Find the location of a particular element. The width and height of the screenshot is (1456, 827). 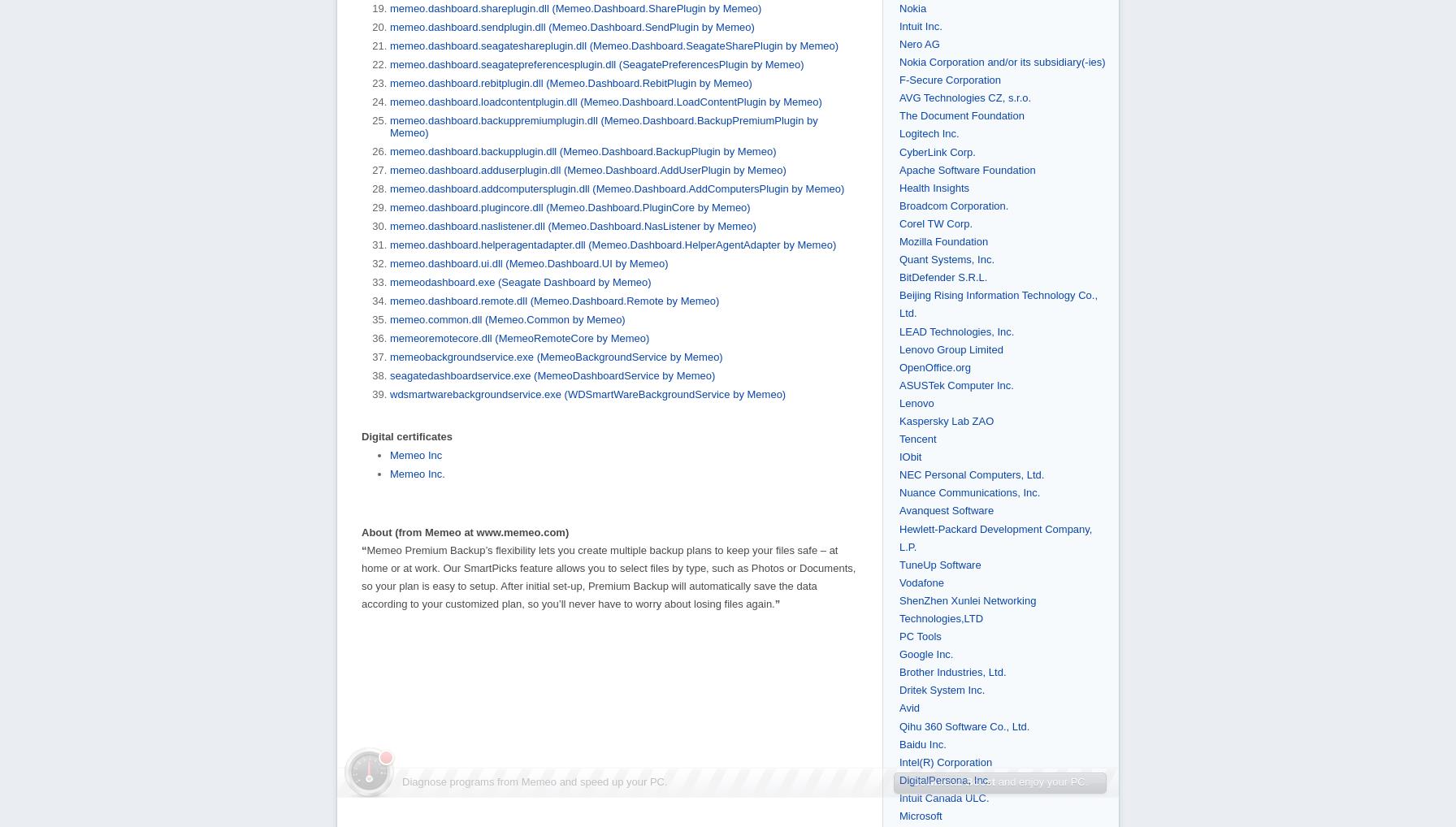

'Digital certificates' is located at coordinates (407, 435).